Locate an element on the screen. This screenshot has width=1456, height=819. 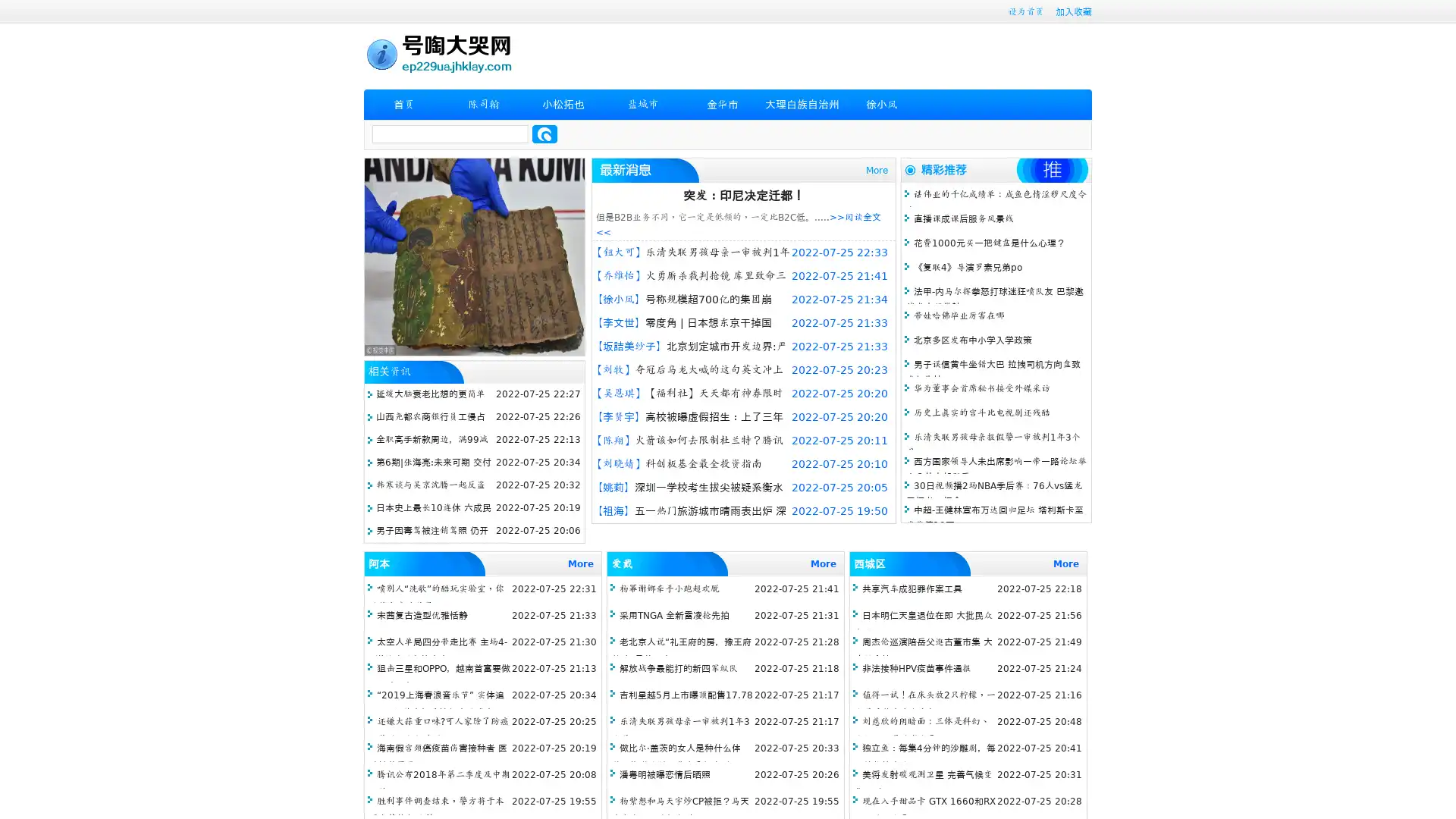
Search is located at coordinates (544, 133).